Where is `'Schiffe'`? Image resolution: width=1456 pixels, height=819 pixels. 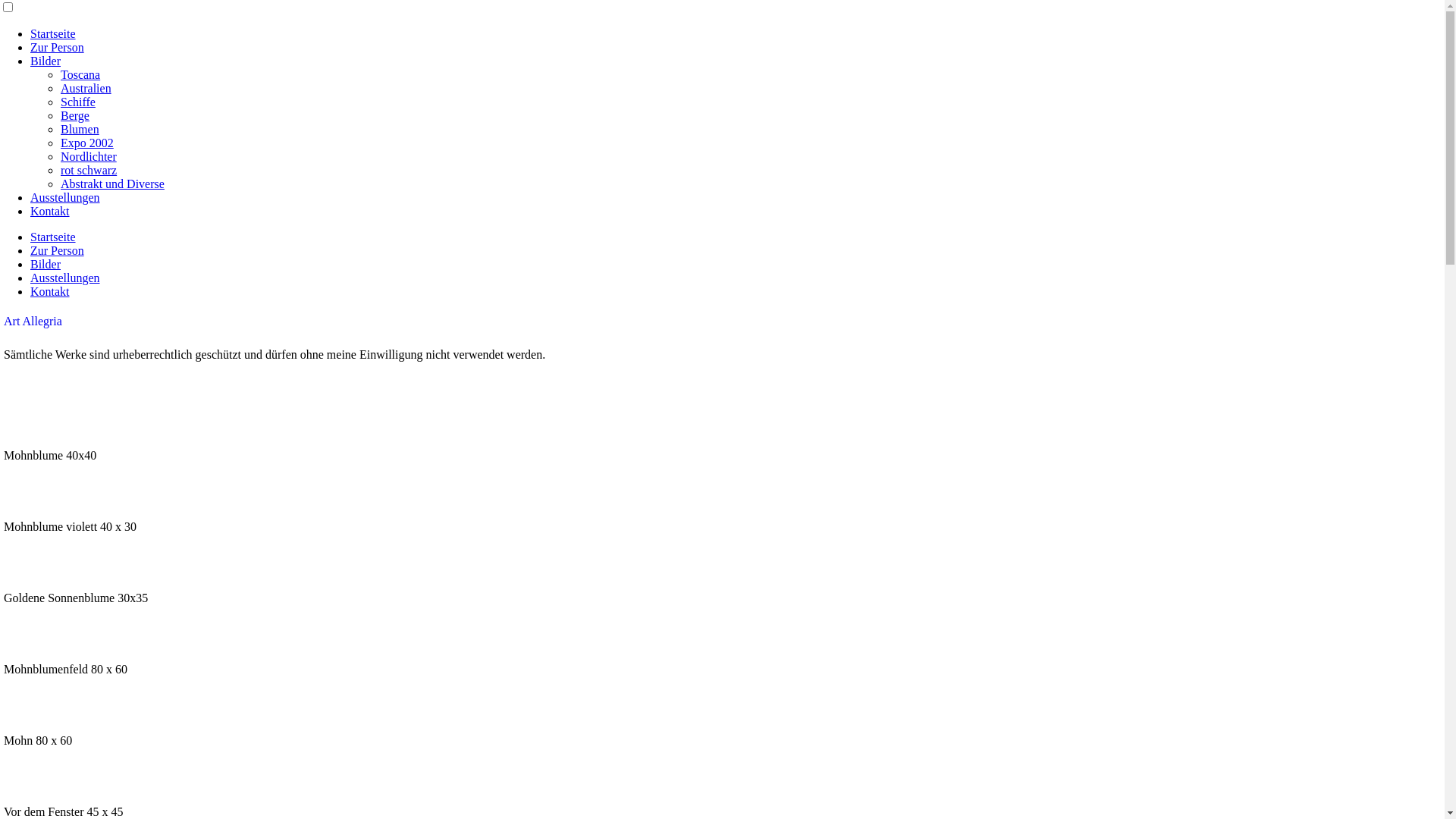 'Schiffe' is located at coordinates (77, 102).